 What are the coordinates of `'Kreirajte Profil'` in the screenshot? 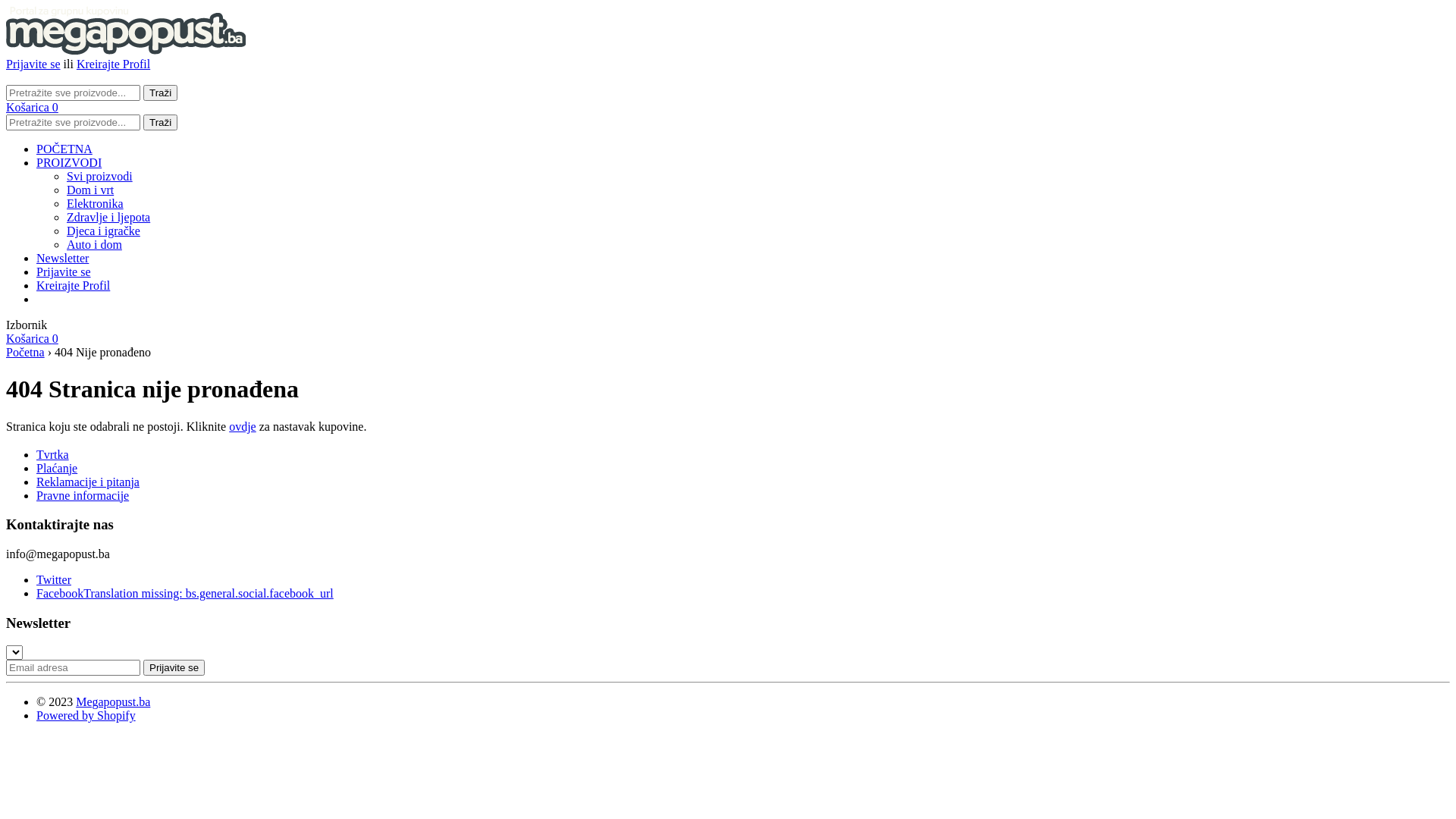 It's located at (72, 285).